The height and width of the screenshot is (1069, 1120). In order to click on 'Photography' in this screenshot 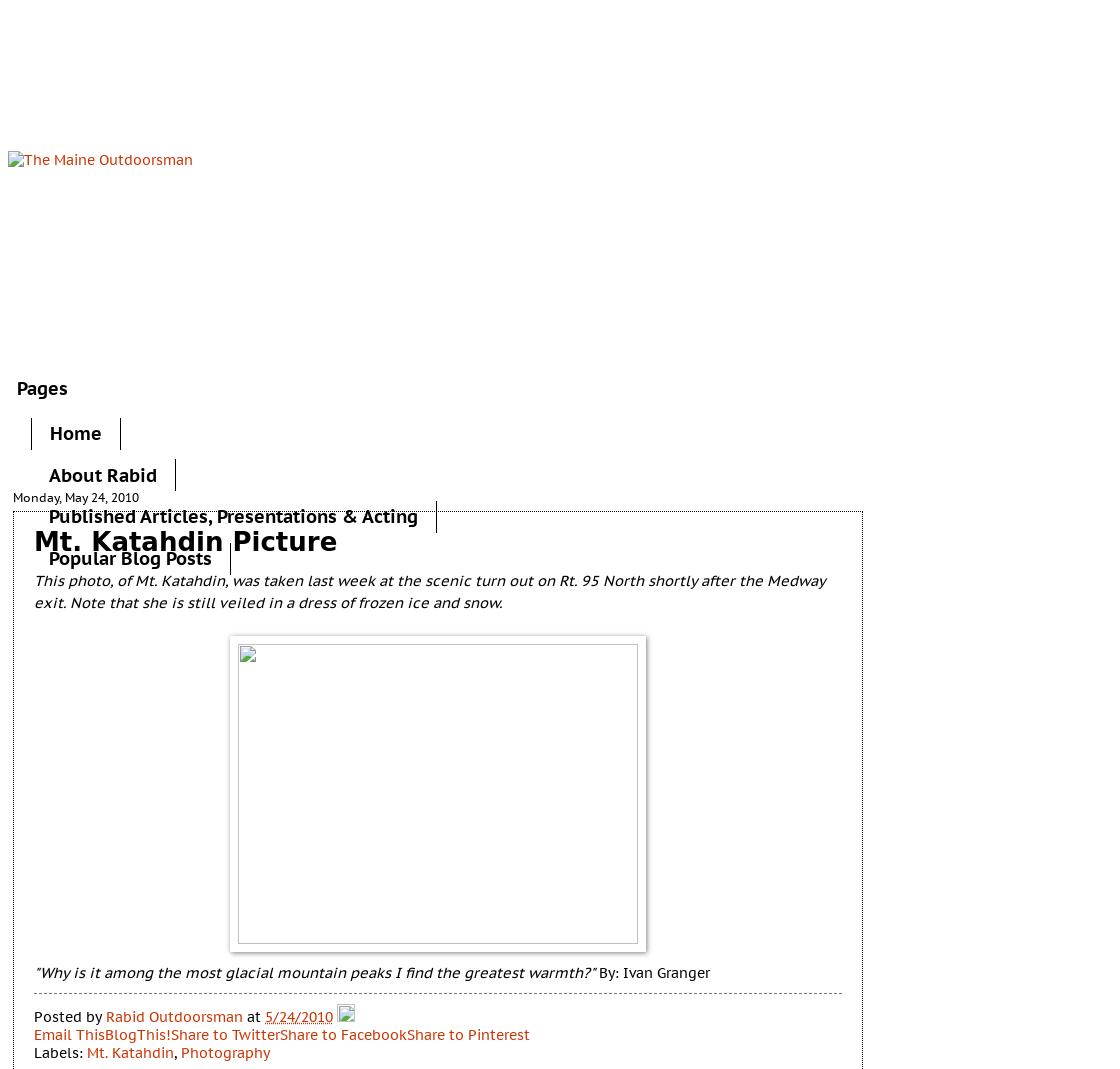, I will do `click(180, 1052)`.